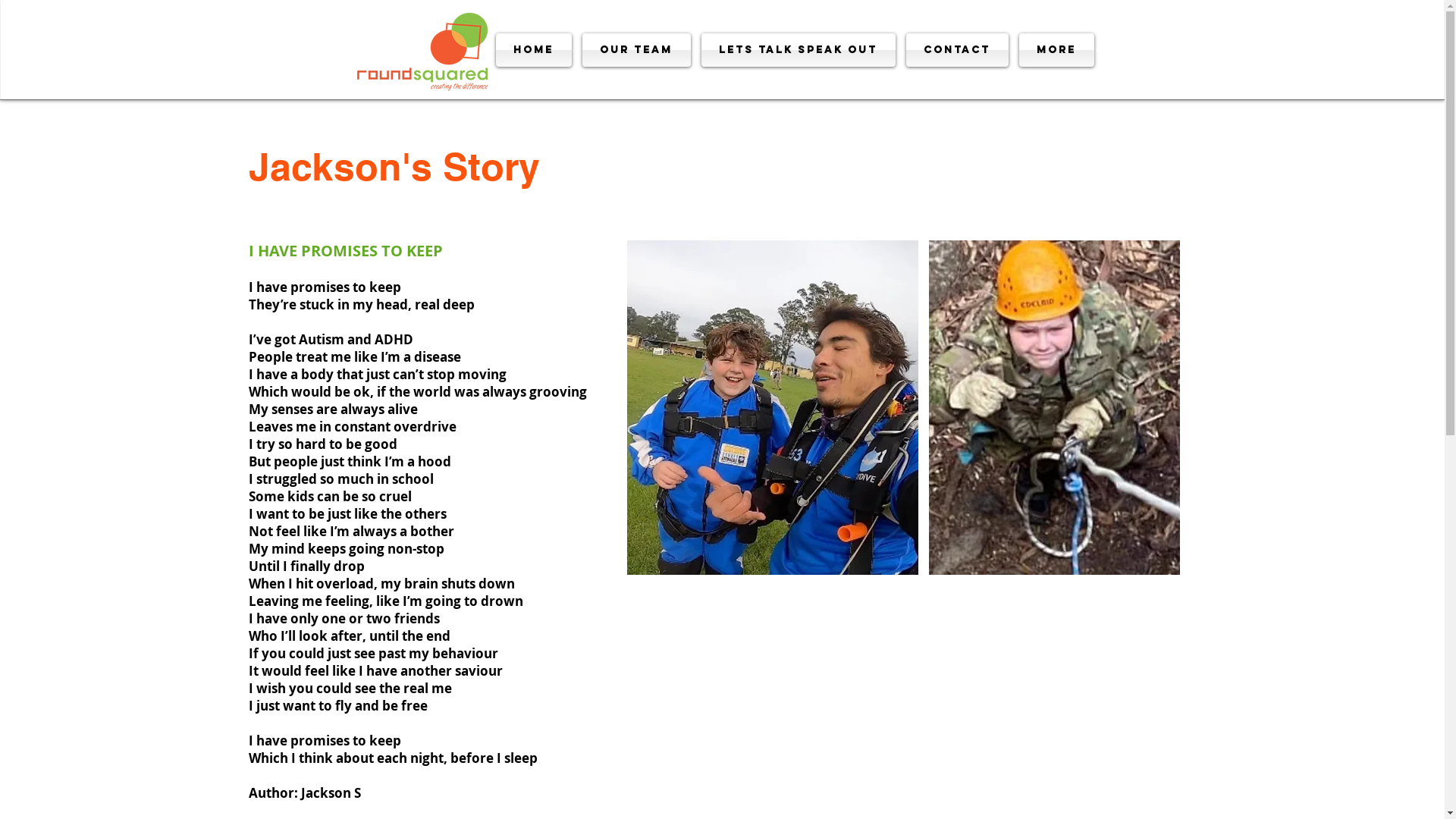 This screenshot has width=1456, height=819. Describe the element at coordinates (797, 49) in the screenshot. I see `'LETS TALK SPEAK OUT'` at that location.